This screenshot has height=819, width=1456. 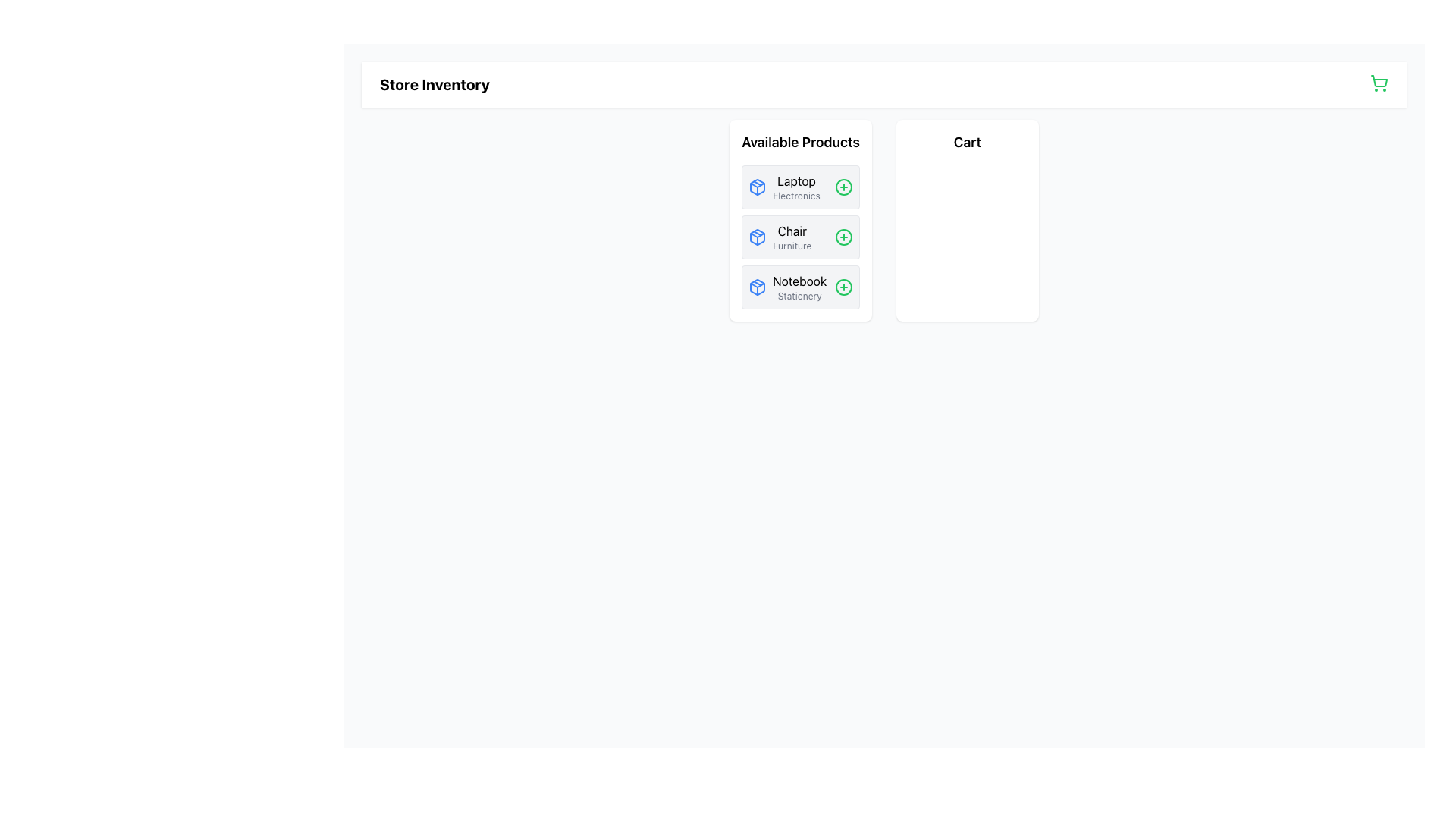 I want to click on the 'Available Products' static text label located at the top of the white card containing a list of offered items, so click(x=800, y=143).